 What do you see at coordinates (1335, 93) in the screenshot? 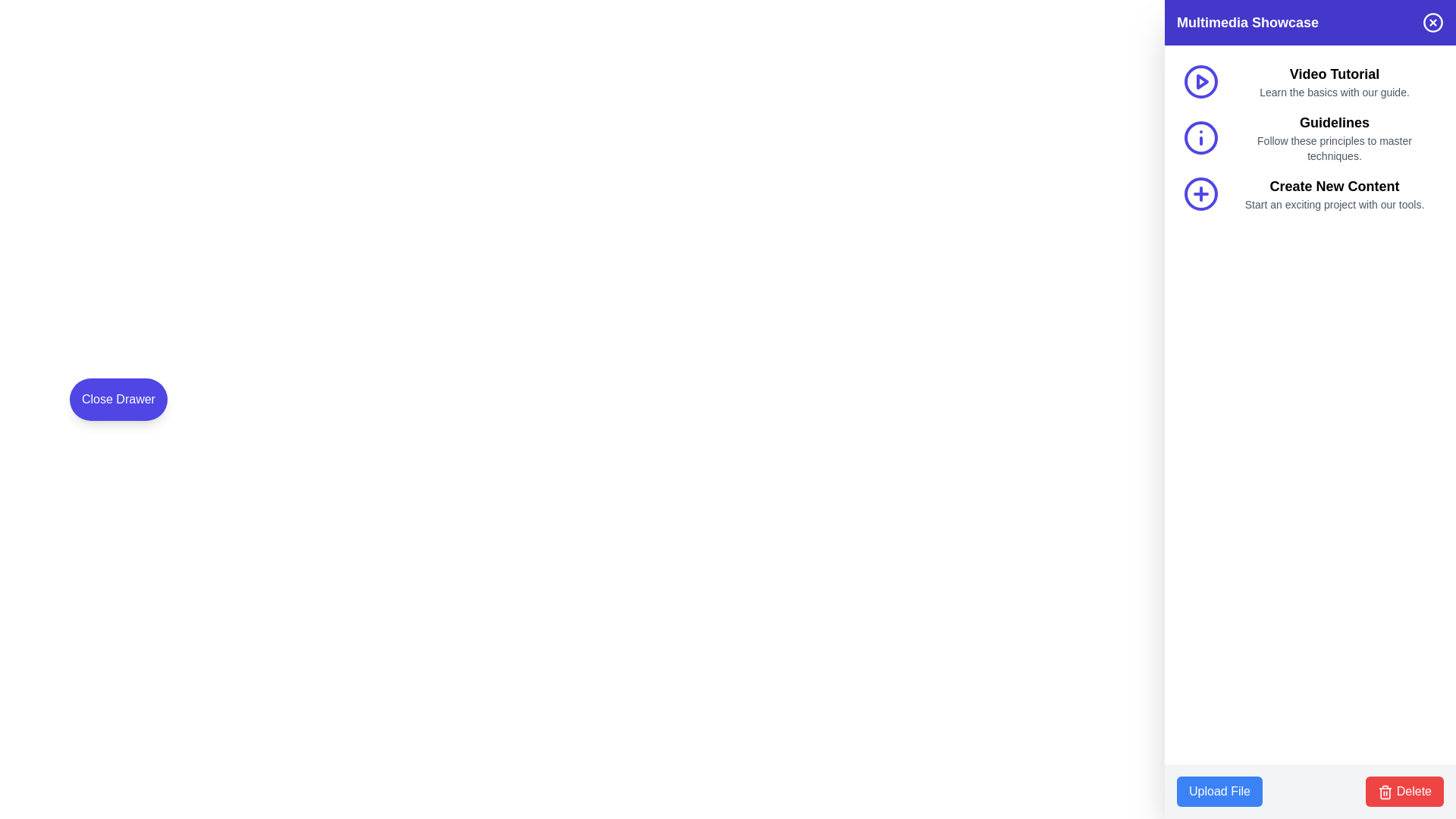
I see `the Static Text element that reads 'Learn the basics with our guide.', located directly below the 'Video Tutorial' header in the Multimedia Showcase panel` at bounding box center [1335, 93].